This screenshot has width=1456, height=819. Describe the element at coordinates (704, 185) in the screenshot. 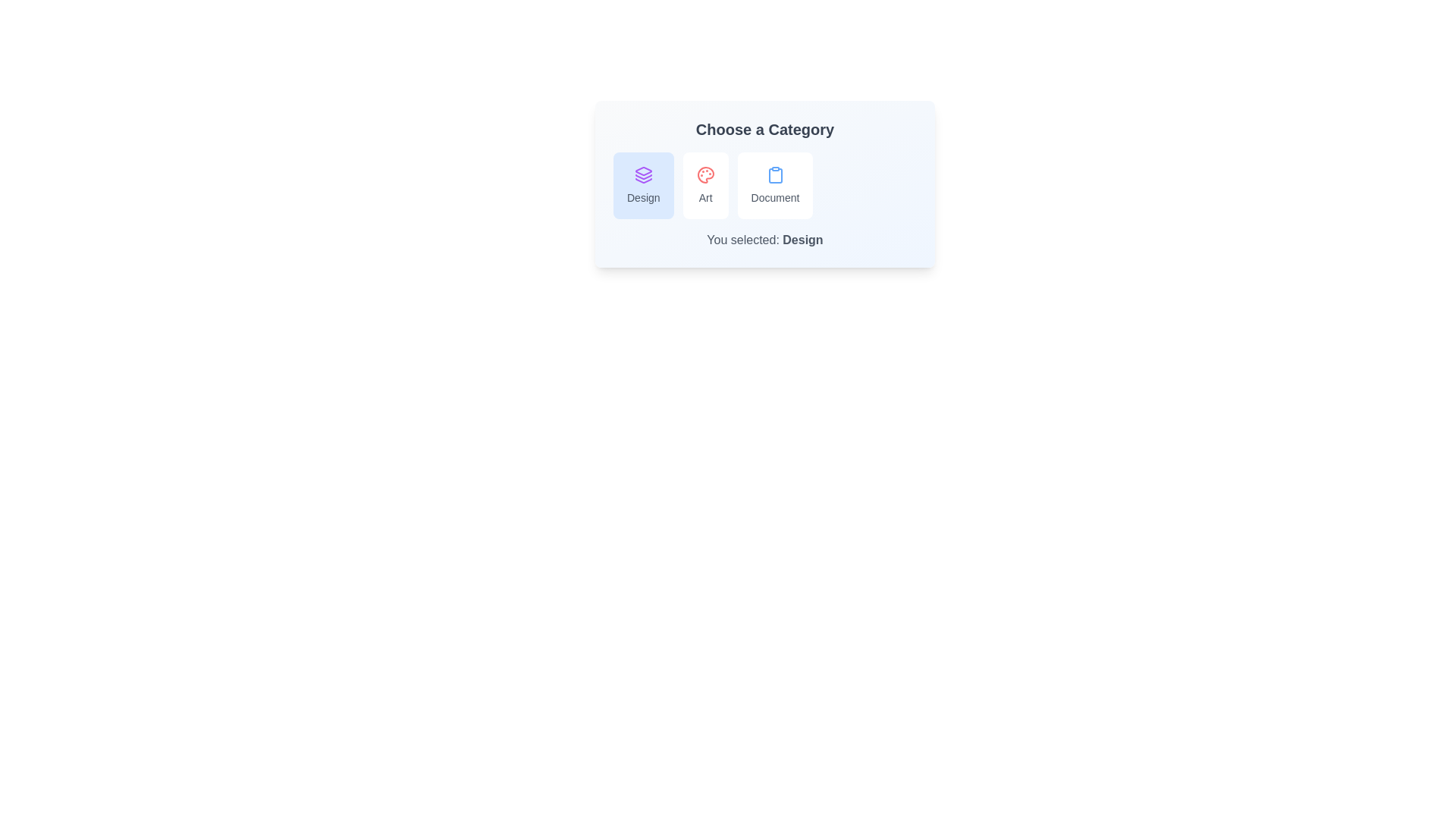

I see `the Art chip to observe its hover effect` at that location.